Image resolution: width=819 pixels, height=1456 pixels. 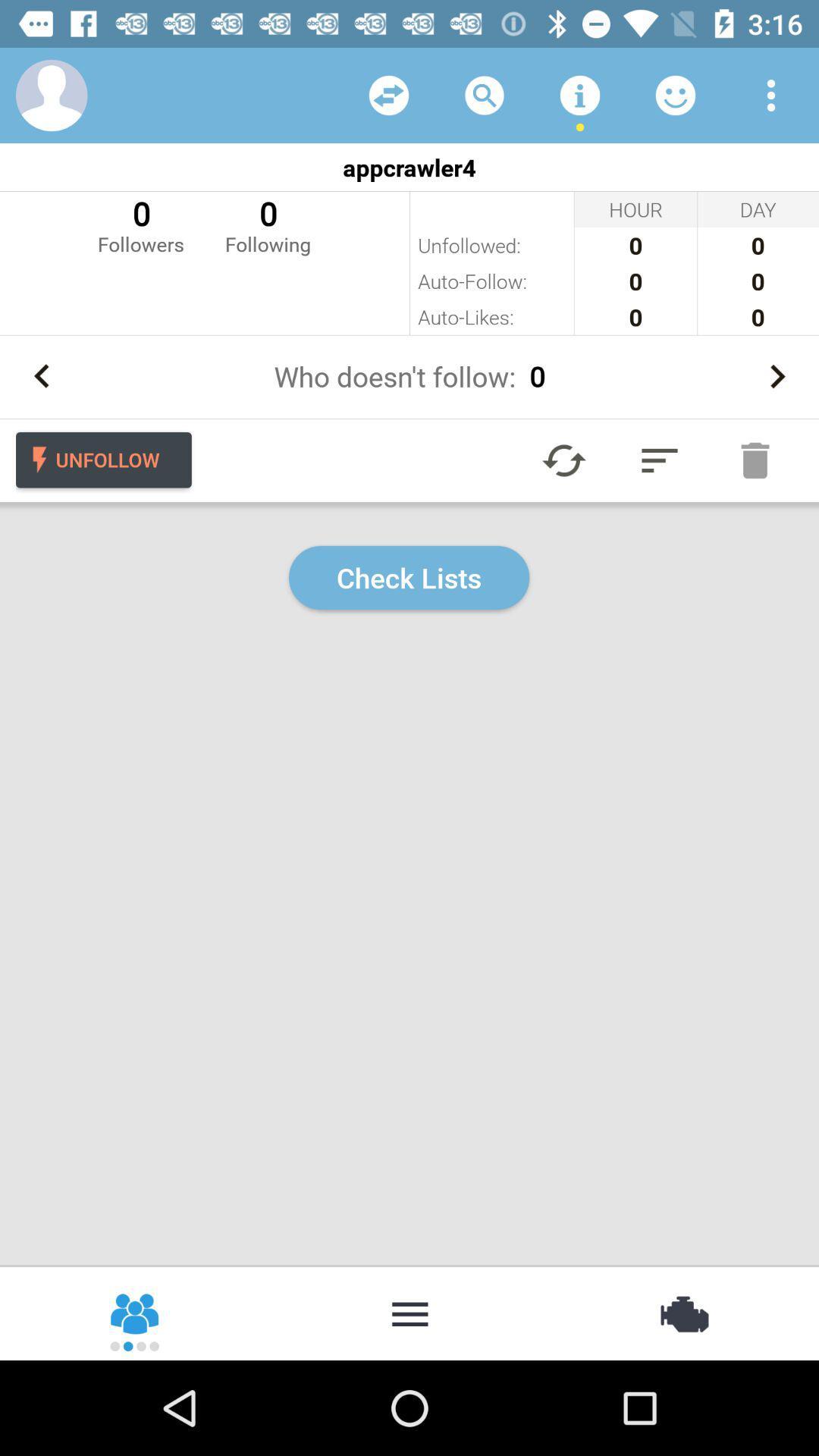 I want to click on go back, so click(x=41, y=376).